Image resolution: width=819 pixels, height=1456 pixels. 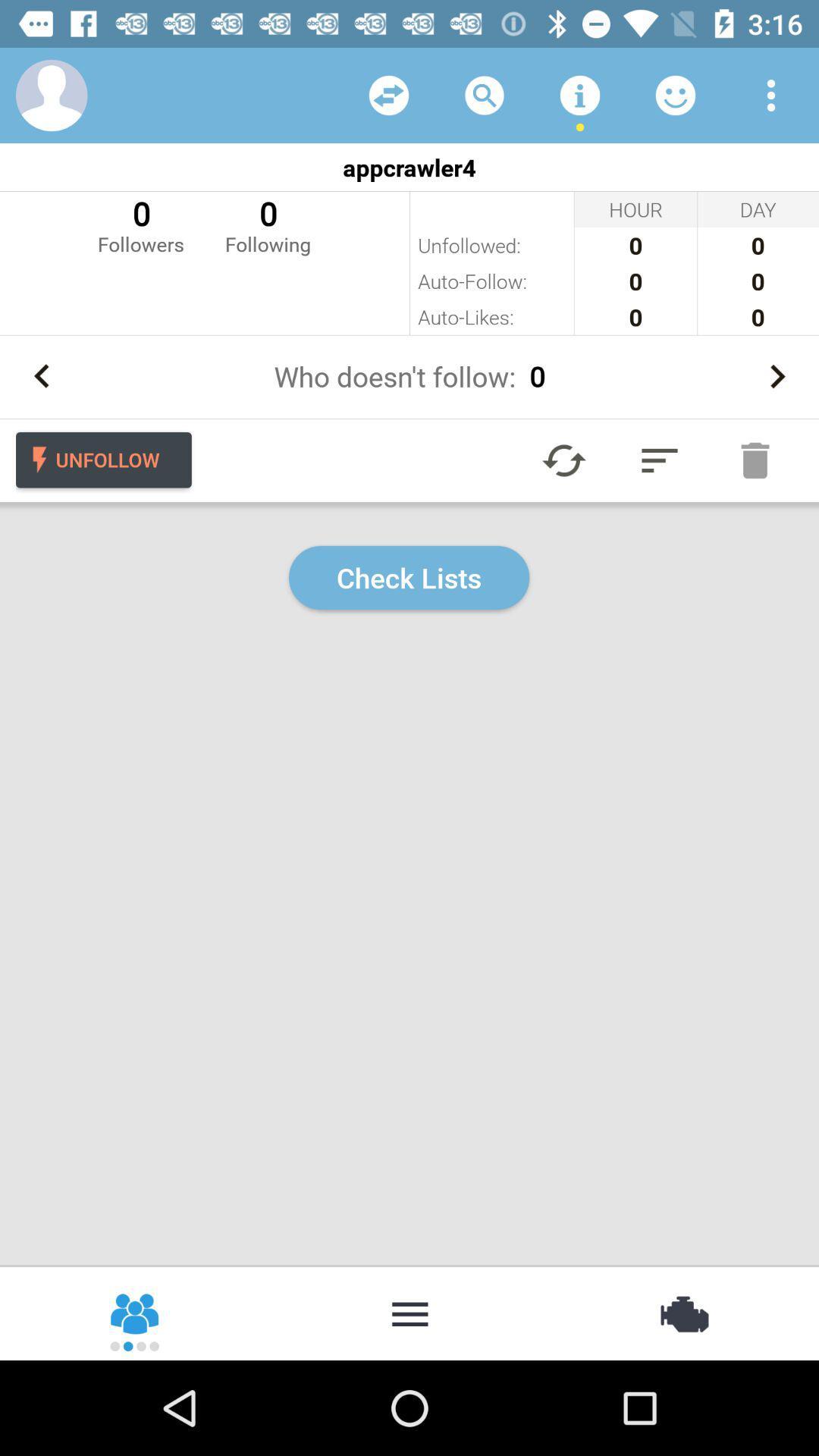 I want to click on go back, so click(x=41, y=376).